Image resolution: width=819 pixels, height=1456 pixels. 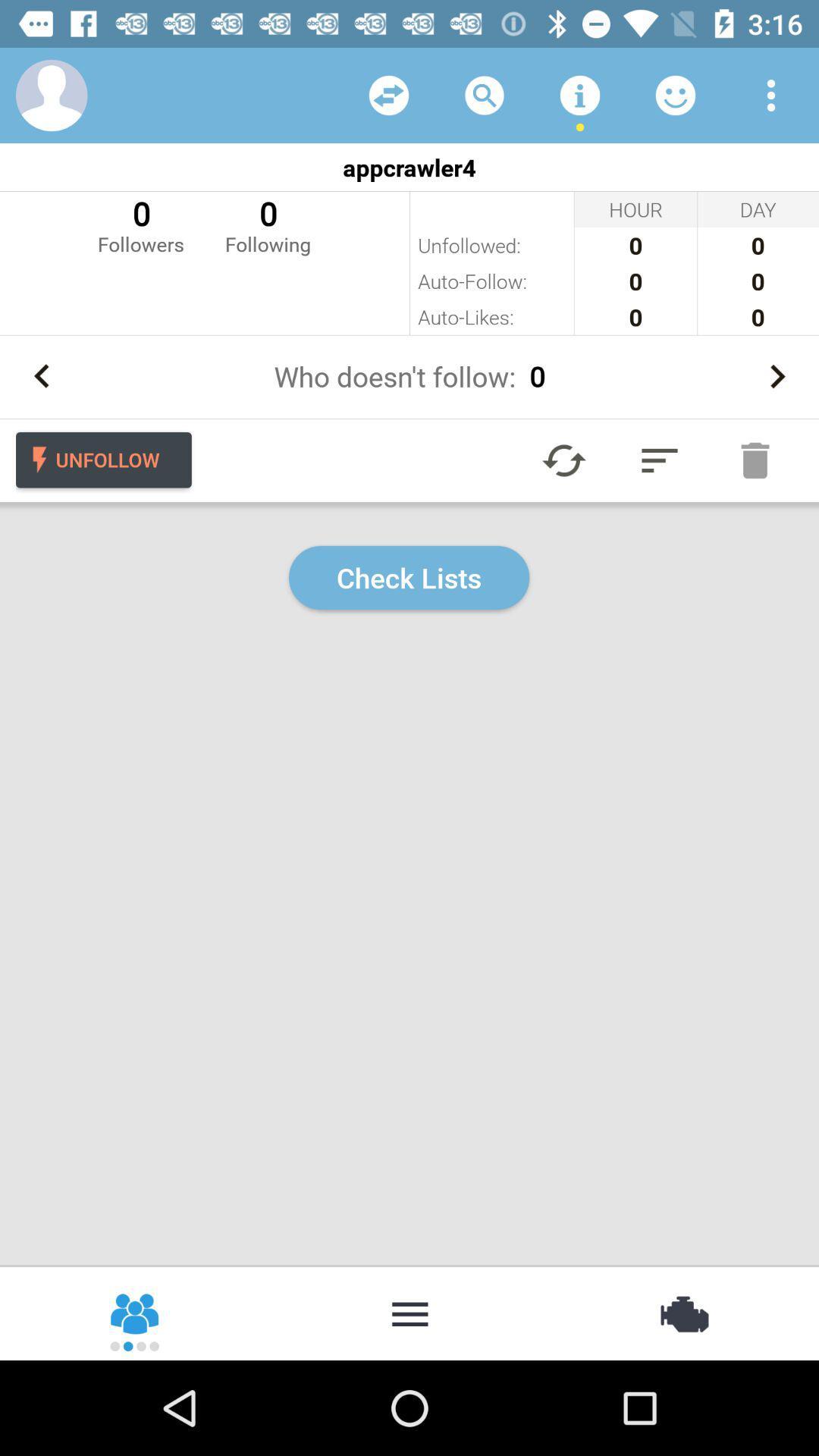 I want to click on go back, so click(x=41, y=376).